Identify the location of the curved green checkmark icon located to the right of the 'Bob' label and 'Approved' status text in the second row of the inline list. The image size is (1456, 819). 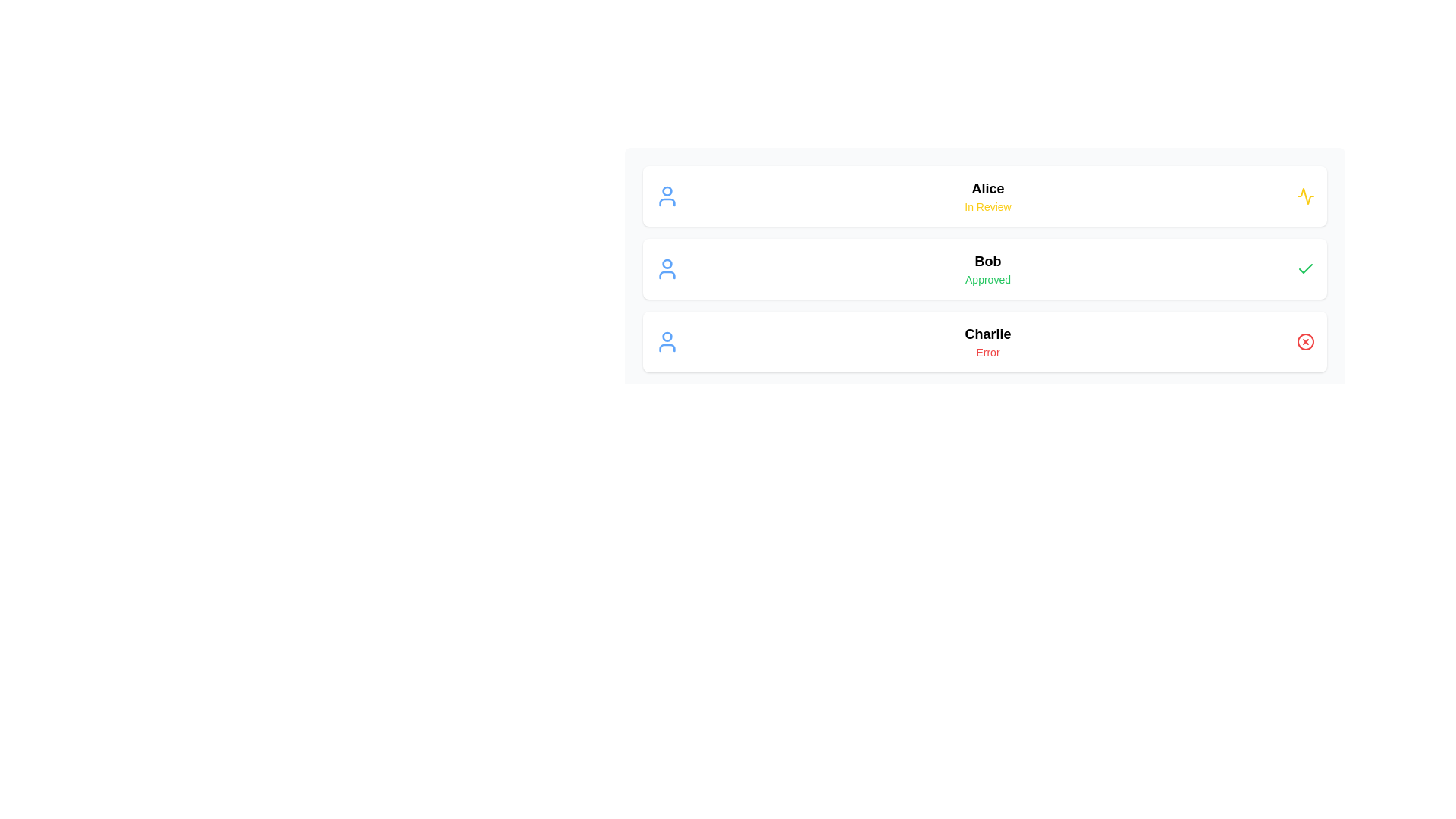
(1305, 268).